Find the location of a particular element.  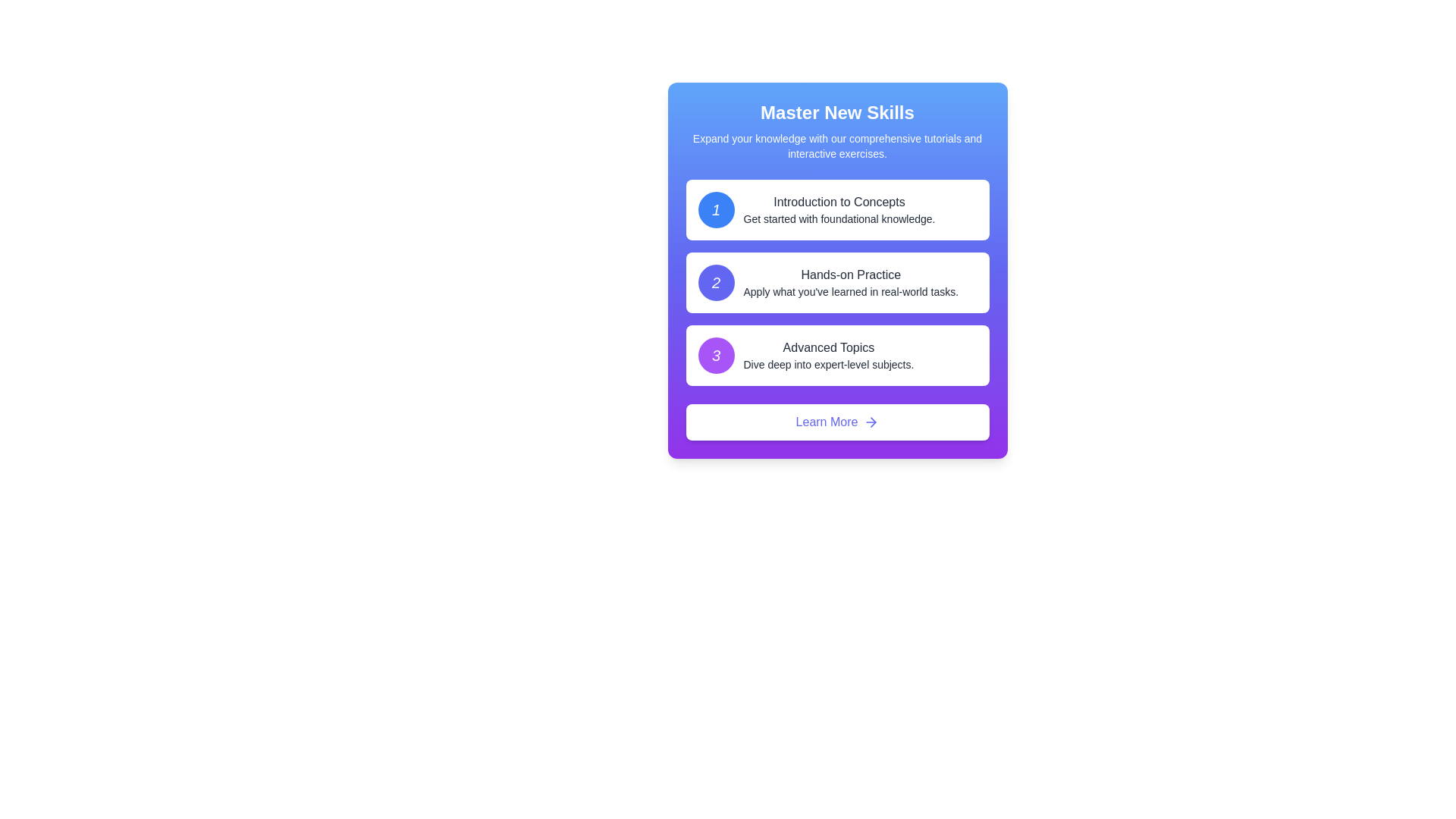

text label that says 'Dive deep into expert-level subjects.' positioned below the 'Advanced Topics' heading is located at coordinates (827, 365).